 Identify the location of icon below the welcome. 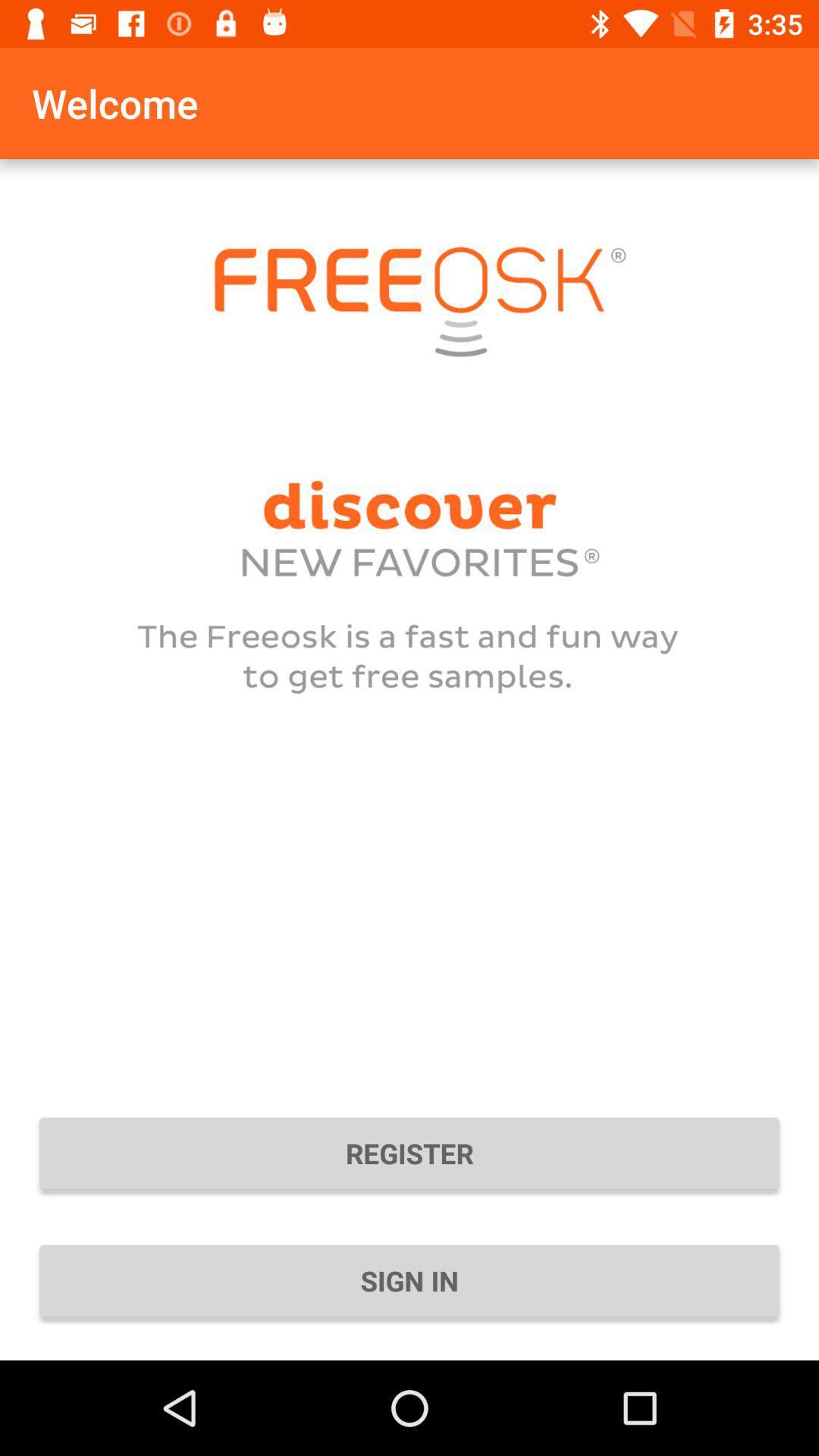
(409, 1153).